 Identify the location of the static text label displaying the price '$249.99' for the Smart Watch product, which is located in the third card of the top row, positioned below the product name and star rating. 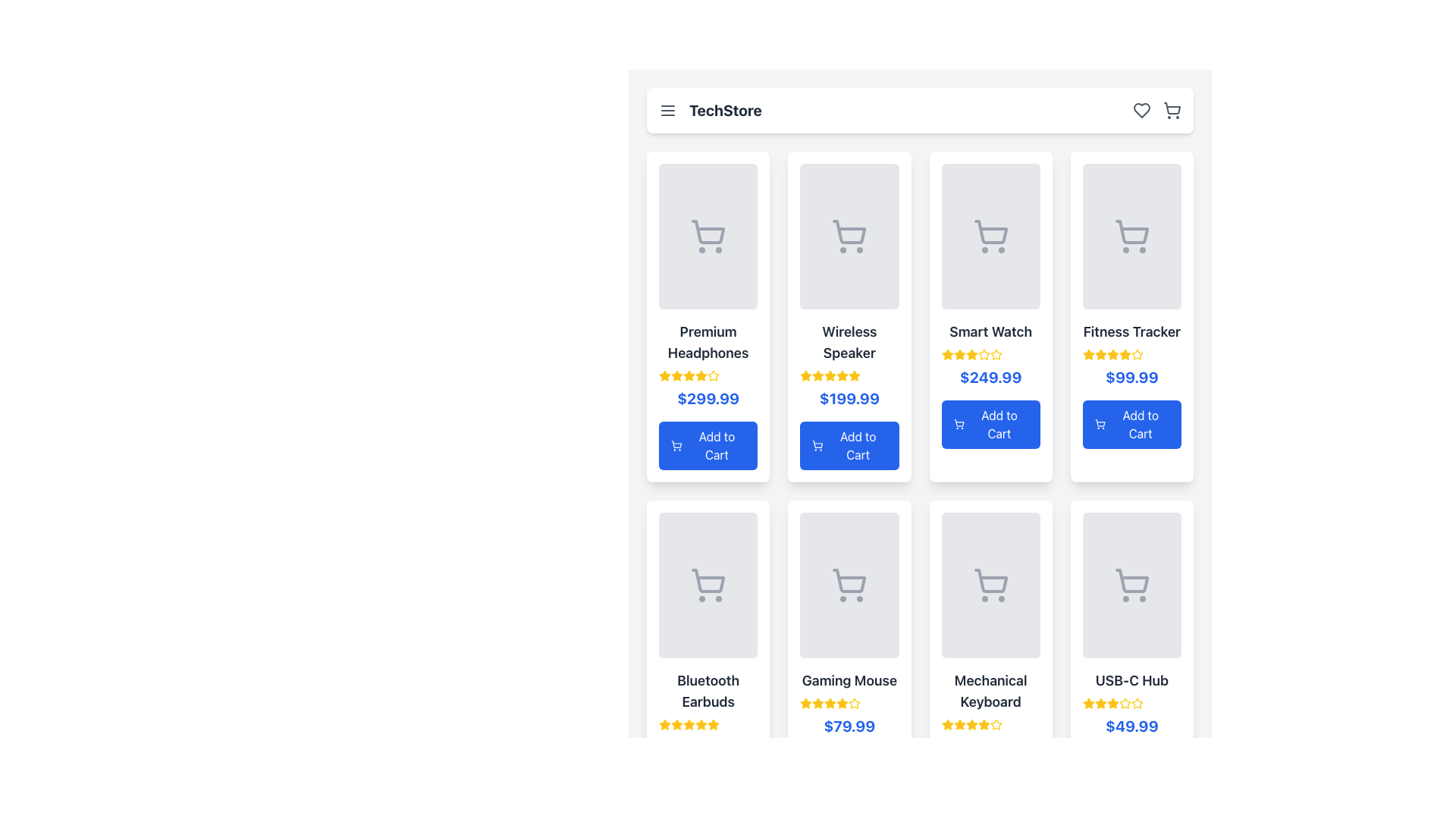
(990, 376).